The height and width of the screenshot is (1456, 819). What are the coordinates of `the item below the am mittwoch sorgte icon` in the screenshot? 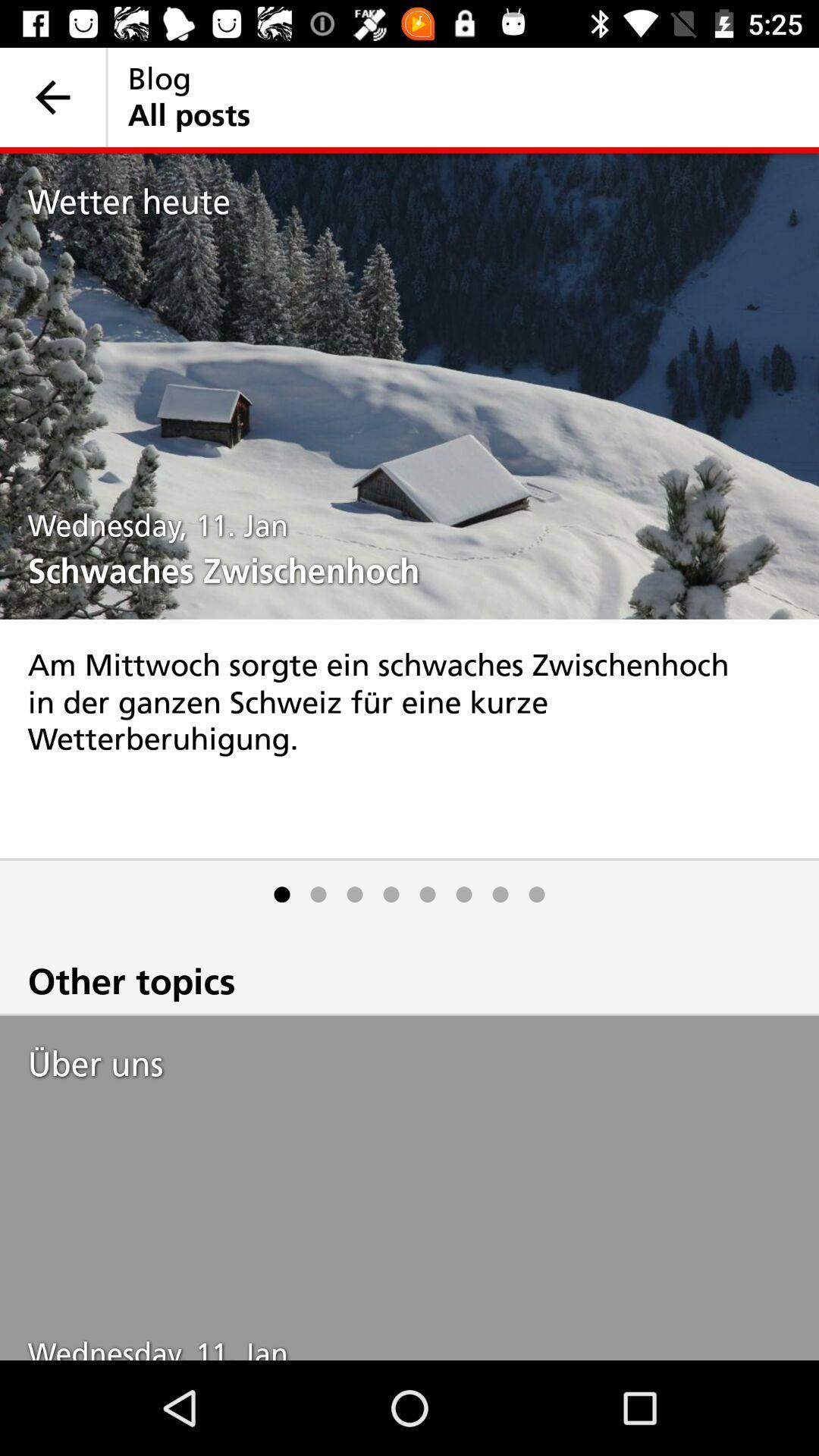 It's located at (500, 894).